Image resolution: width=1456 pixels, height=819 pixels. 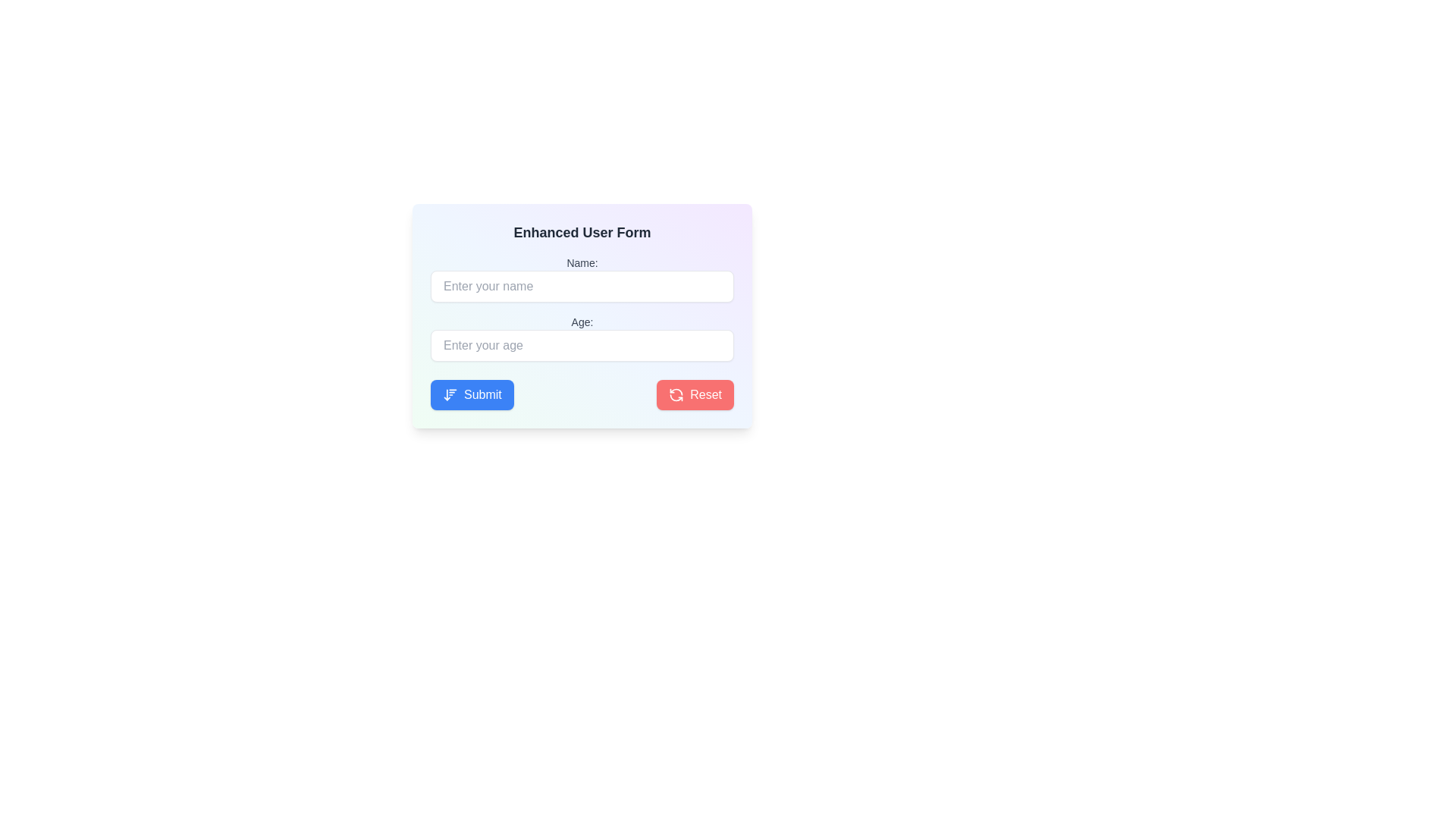 I want to click on the text label that provides context for the subsequent input field, located near the top part of the form below the main heading, so click(x=582, y=262).